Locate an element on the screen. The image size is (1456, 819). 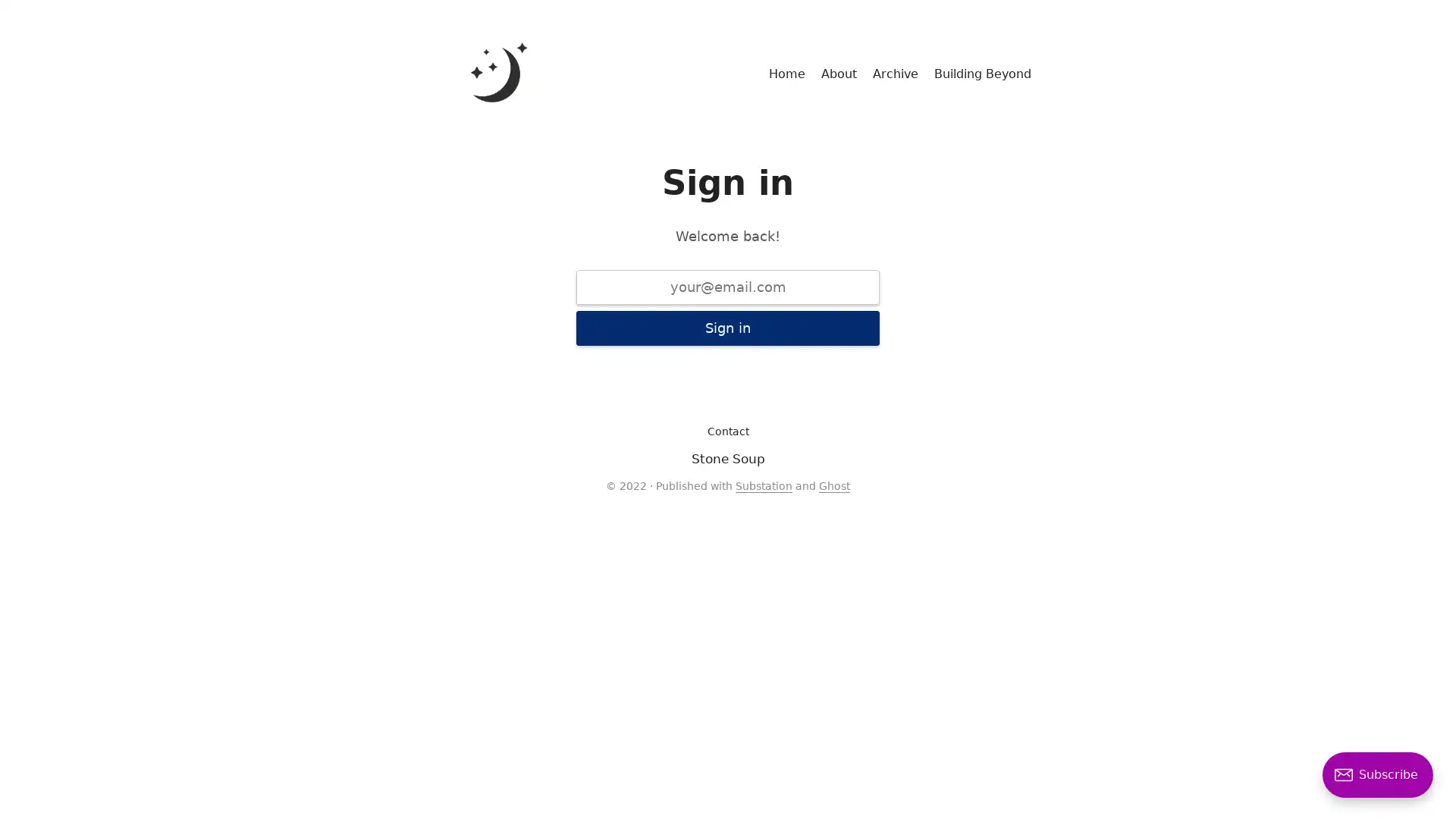
Sign in is located at coordinates (728, 327).